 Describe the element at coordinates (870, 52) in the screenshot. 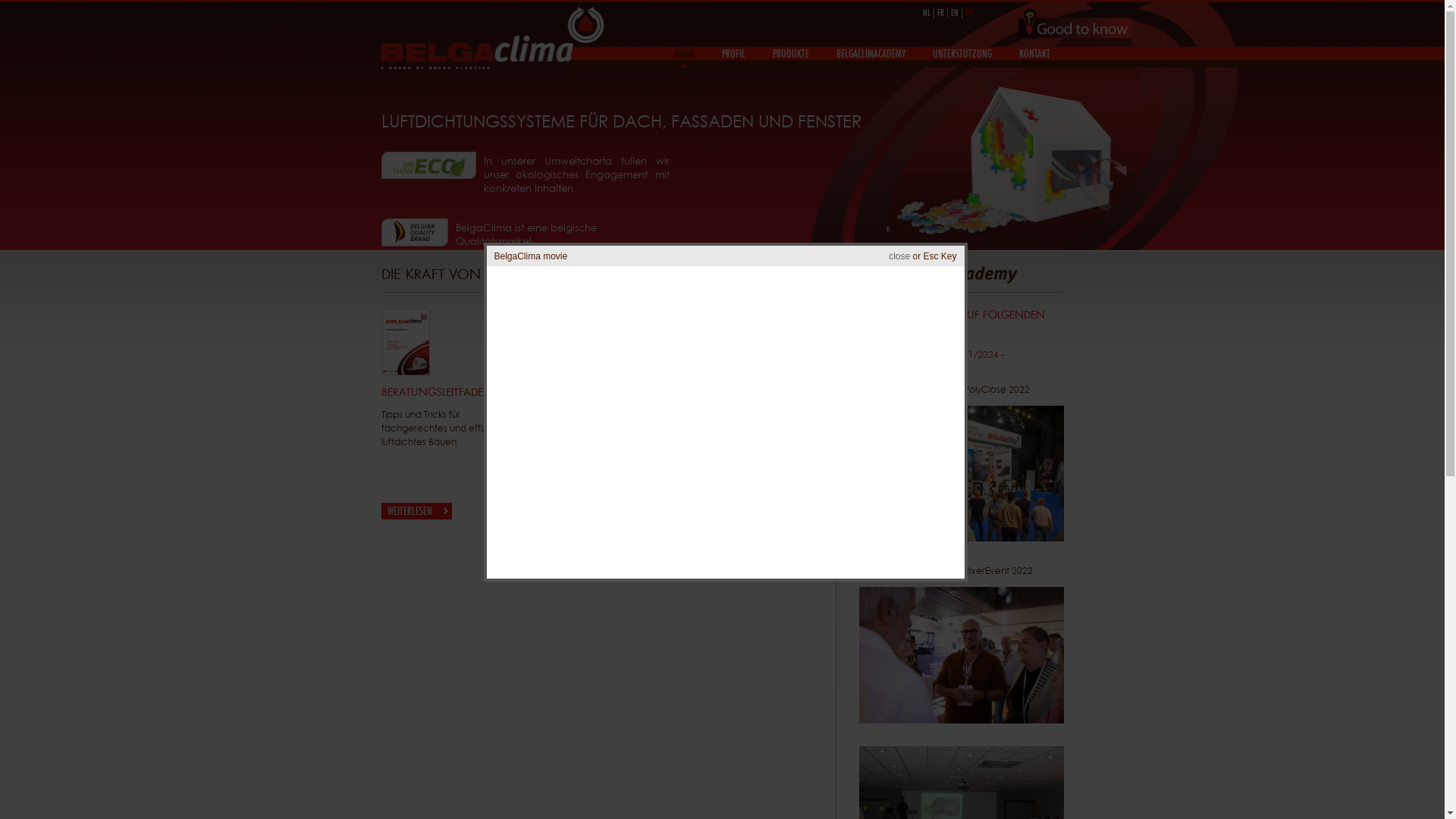

I see `'BELGACLIMACADEMY'` at that location.